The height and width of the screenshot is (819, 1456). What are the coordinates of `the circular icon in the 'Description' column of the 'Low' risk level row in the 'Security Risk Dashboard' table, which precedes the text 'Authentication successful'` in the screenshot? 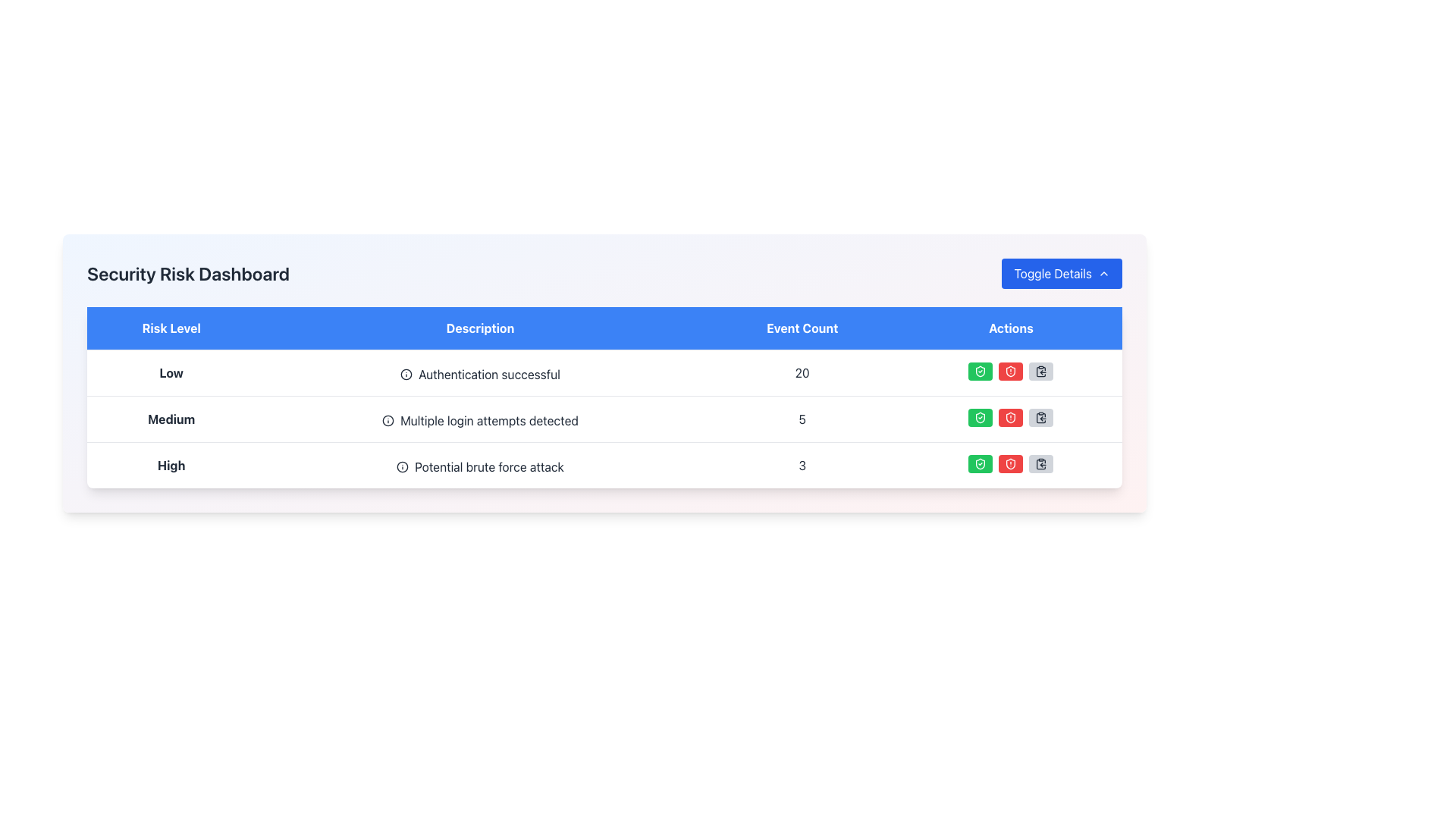 It's located at (406, 374).